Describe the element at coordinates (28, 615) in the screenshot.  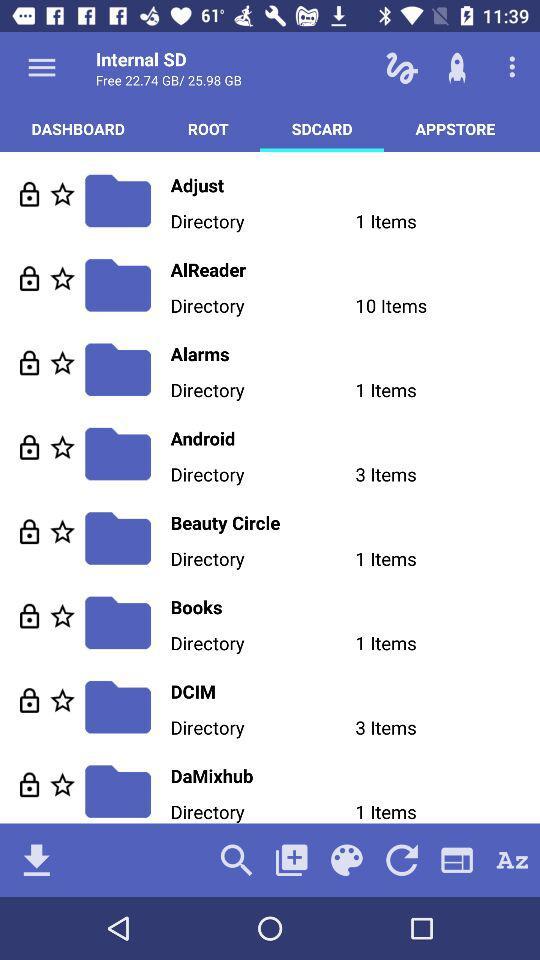
I see `lock` at that location.